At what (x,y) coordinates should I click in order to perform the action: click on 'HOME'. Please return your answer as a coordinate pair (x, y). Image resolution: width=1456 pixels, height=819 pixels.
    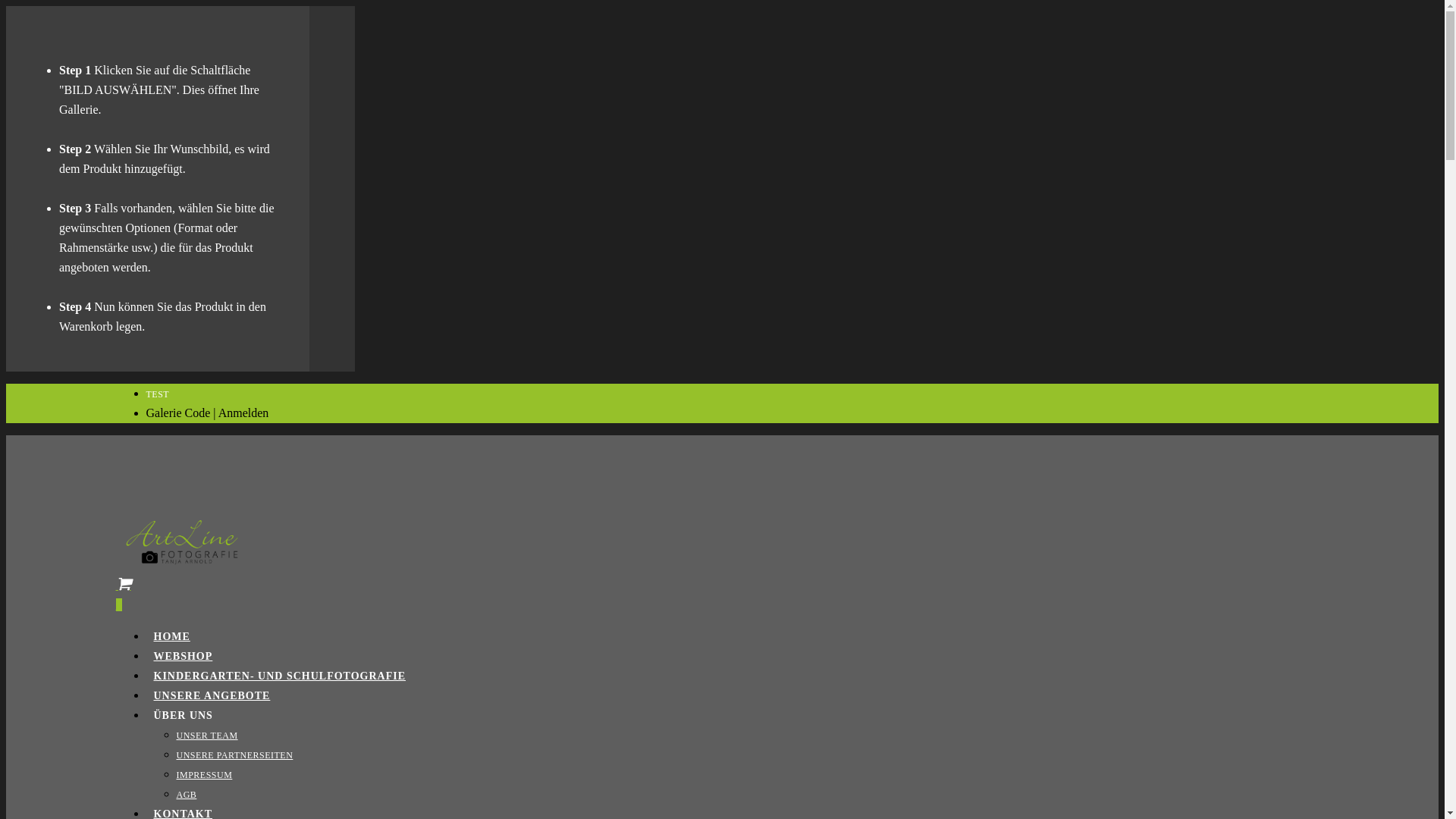
    Looking at the image, I should click on (146, 637).